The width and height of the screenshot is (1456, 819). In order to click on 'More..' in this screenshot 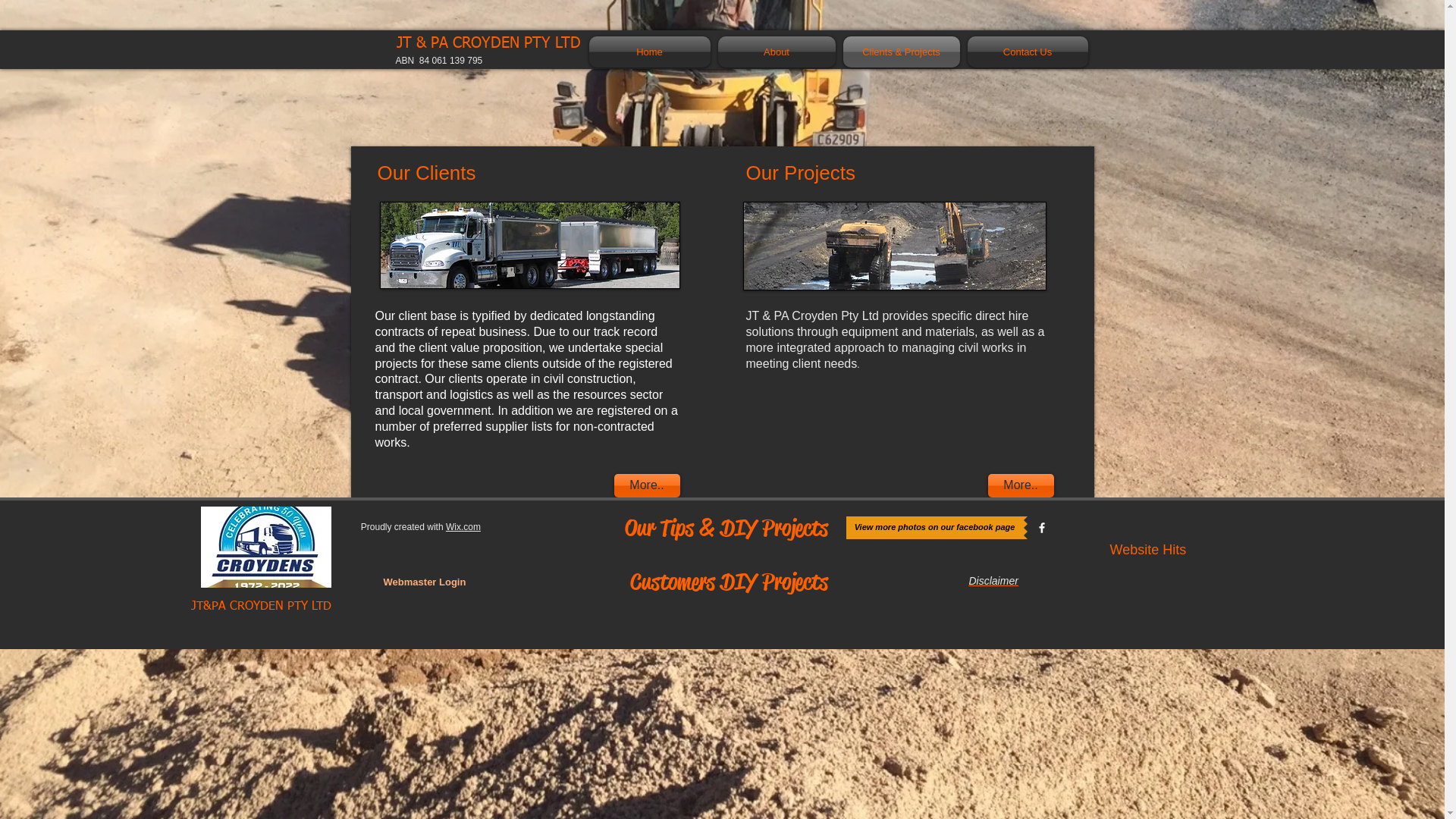, I will do `click(1020, 485)`.